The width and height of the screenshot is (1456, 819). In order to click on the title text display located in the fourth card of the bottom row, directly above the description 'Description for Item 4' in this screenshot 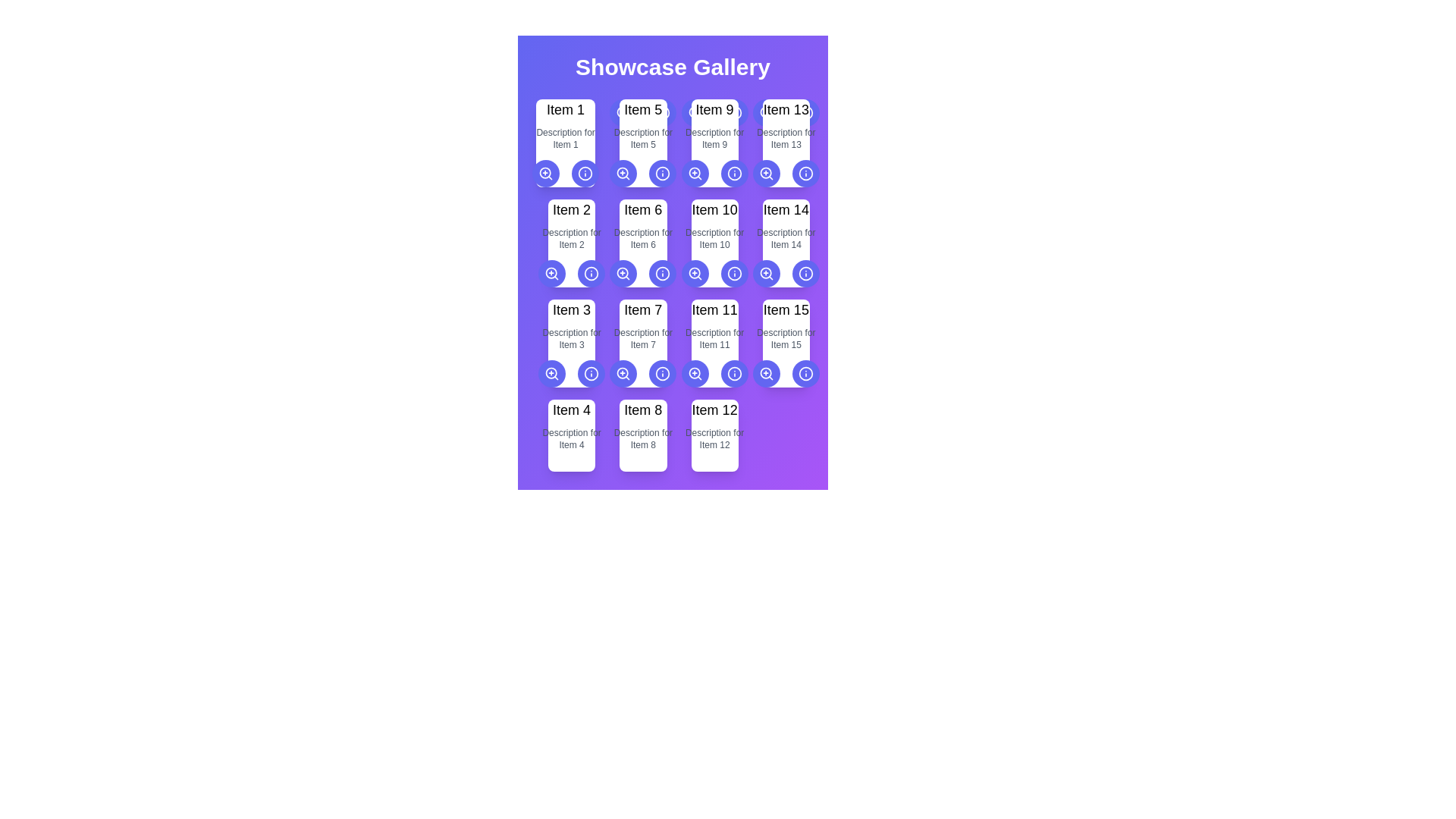, I will do `click(571, 409)`.